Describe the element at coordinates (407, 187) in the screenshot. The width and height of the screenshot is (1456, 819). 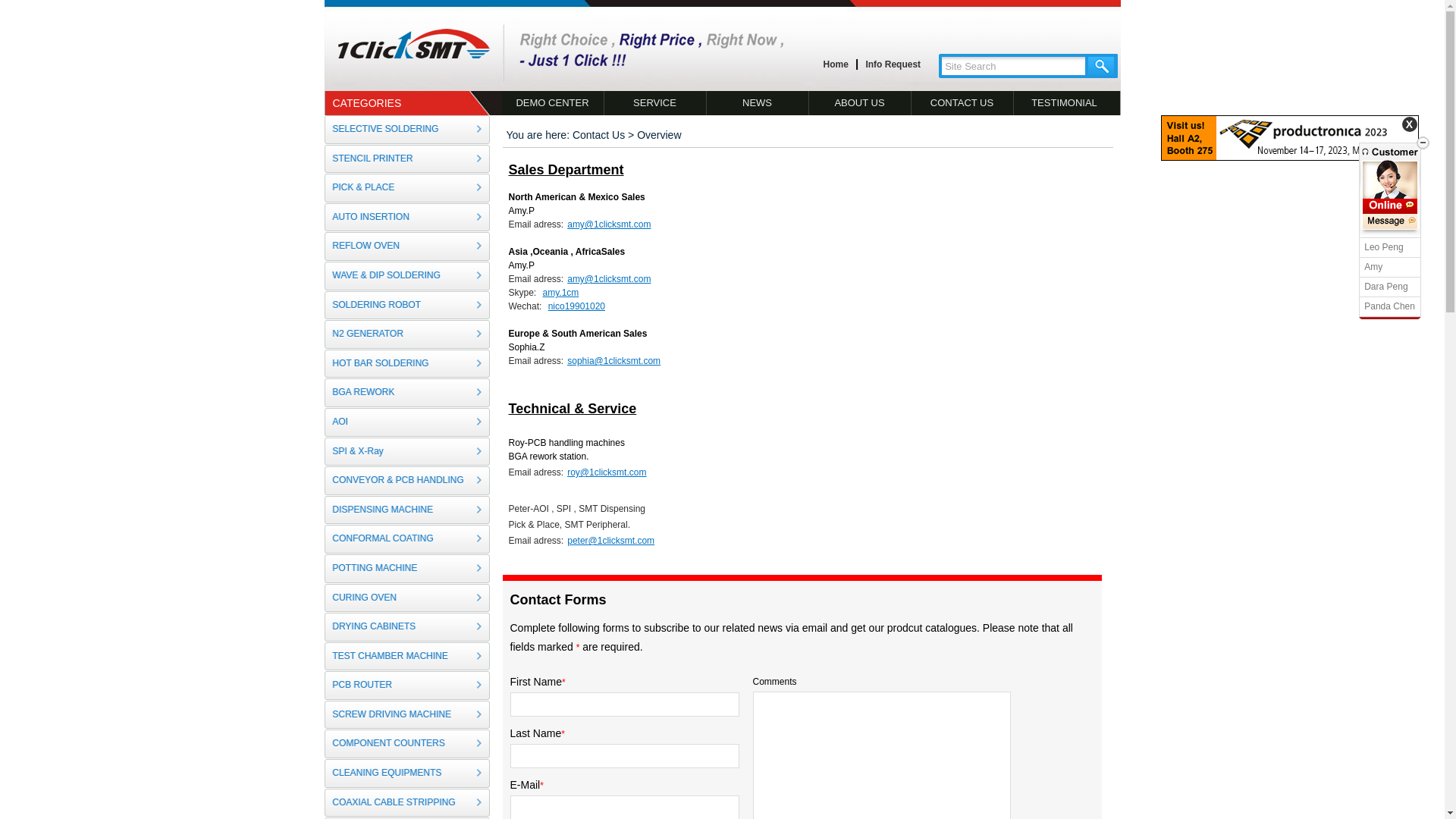
I see `'PICK & PLACE'` at that location.